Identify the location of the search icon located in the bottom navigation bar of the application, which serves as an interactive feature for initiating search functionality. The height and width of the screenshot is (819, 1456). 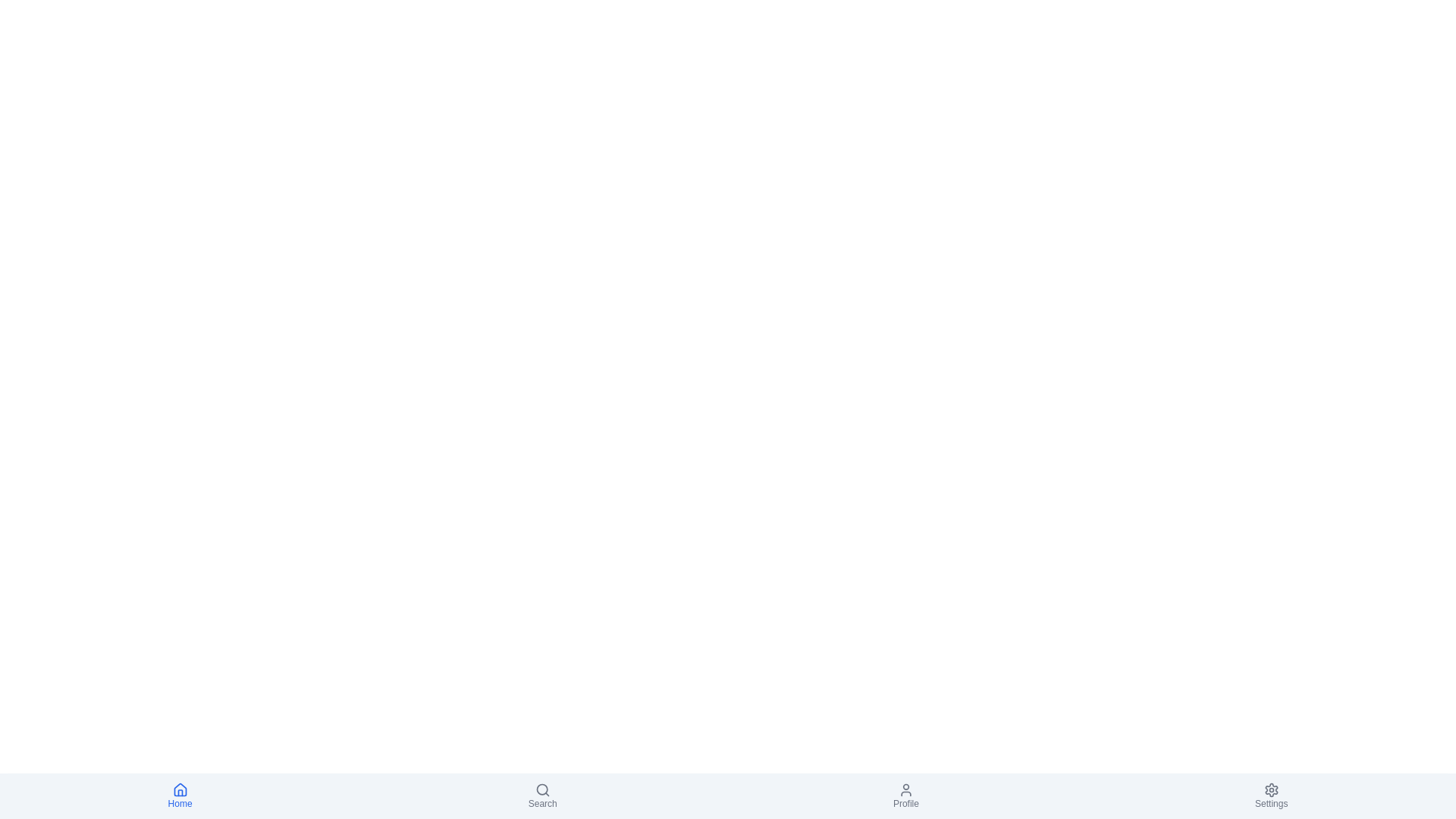
(542, 789).